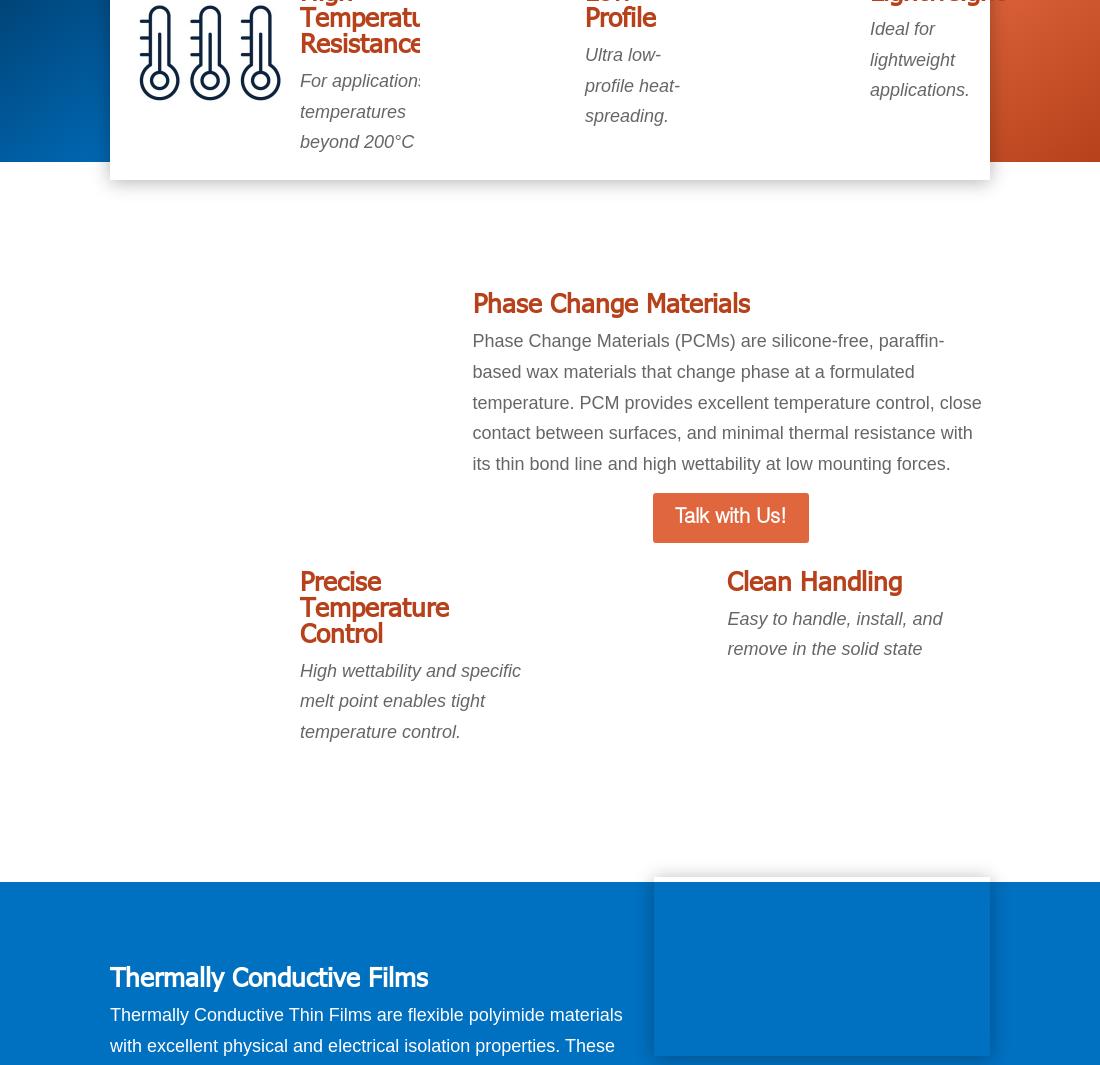 The image size is (1100, 1065). I want to click on 'Ultra low-profile heat-spreading.', so click(631, 84).